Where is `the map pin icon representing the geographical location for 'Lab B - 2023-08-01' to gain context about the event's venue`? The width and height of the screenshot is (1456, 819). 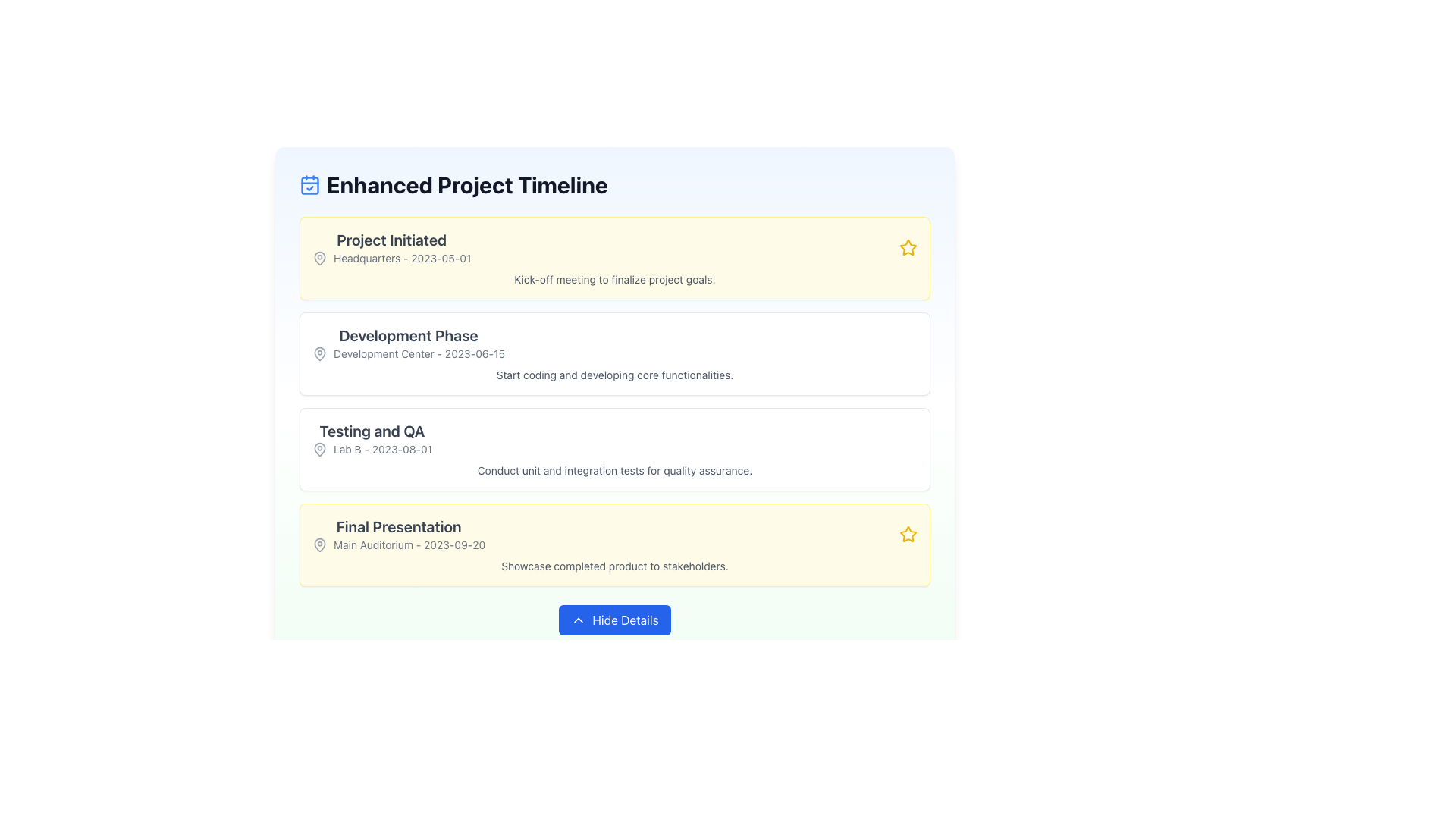
the map pin icon representing the geographical location for 'Lab B - 2023-08-01' to gain context about the event's venue is located at coordinates (319, 449).